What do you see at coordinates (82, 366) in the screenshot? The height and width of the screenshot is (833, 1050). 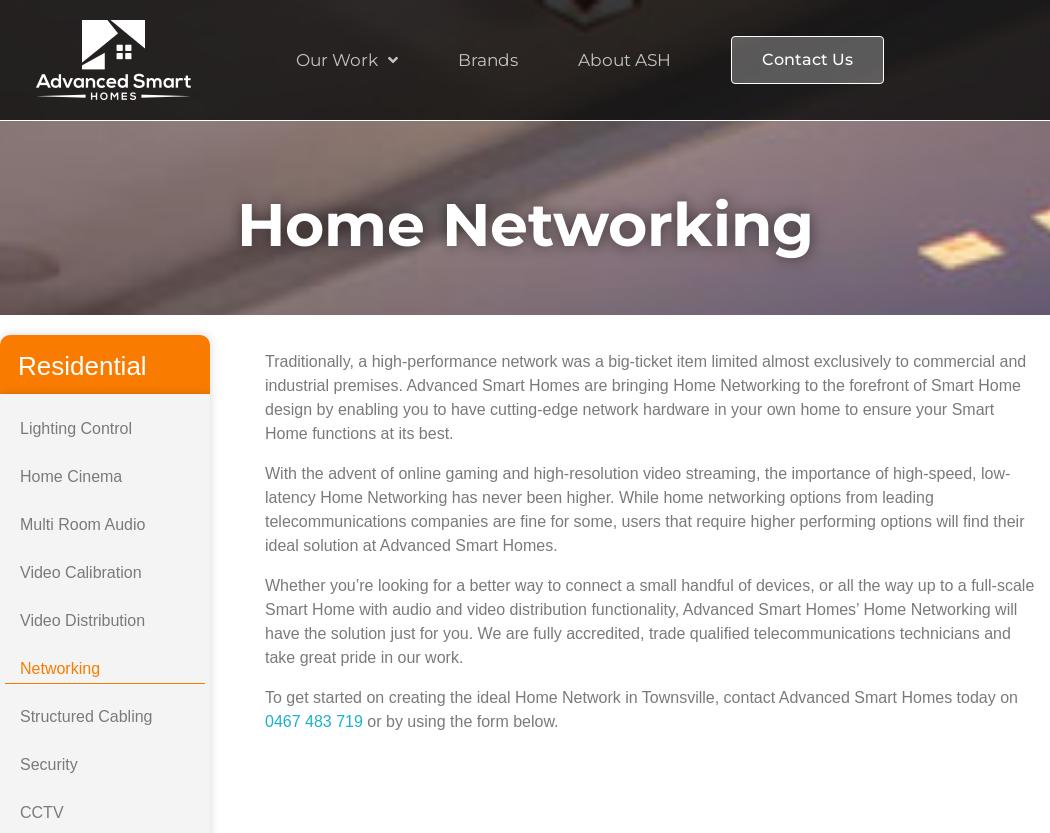 I see `'Residential'` at bounding box center [82, 366].